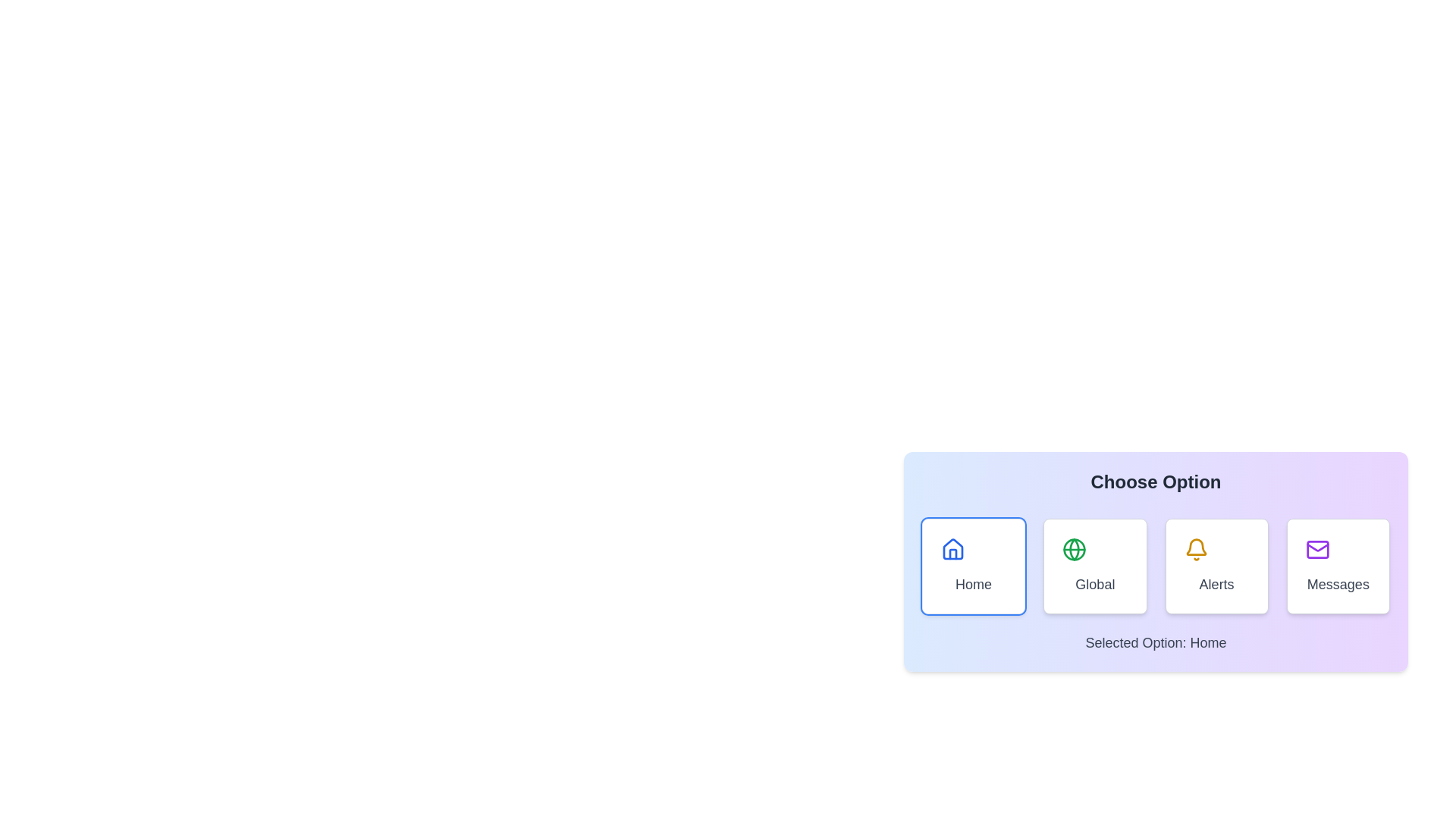 This screenshot has width=1456, height=819. Describe the element at coordinates (1316, 550) in the screenshot. I see `the 'Messages' icon located in the bottom-right card of the menu` at that location.